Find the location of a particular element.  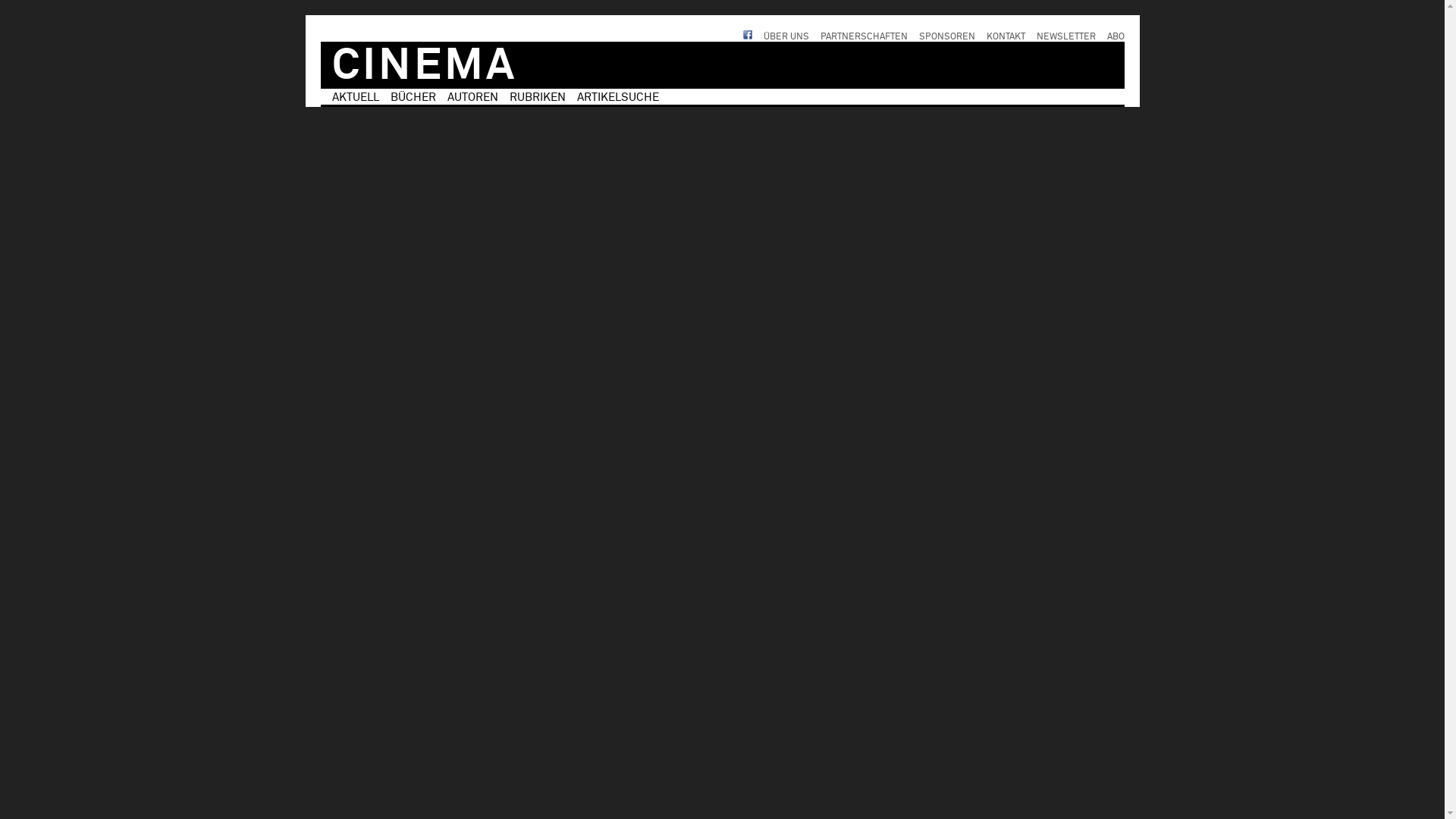

'AKTUELL' is located at coordinates (355, 97).